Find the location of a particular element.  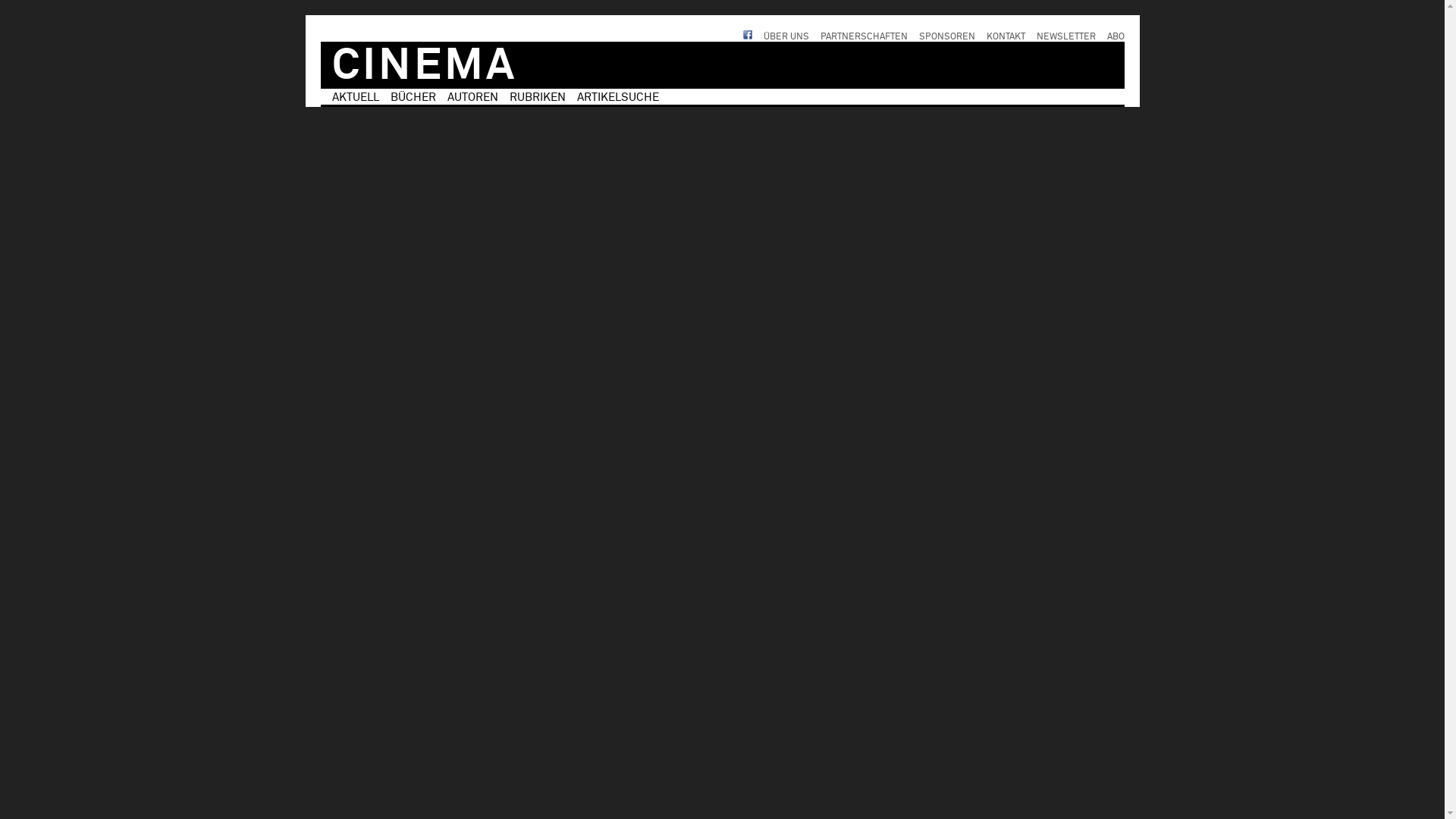

'AKTUELL' is located at coordinates (355, 97).